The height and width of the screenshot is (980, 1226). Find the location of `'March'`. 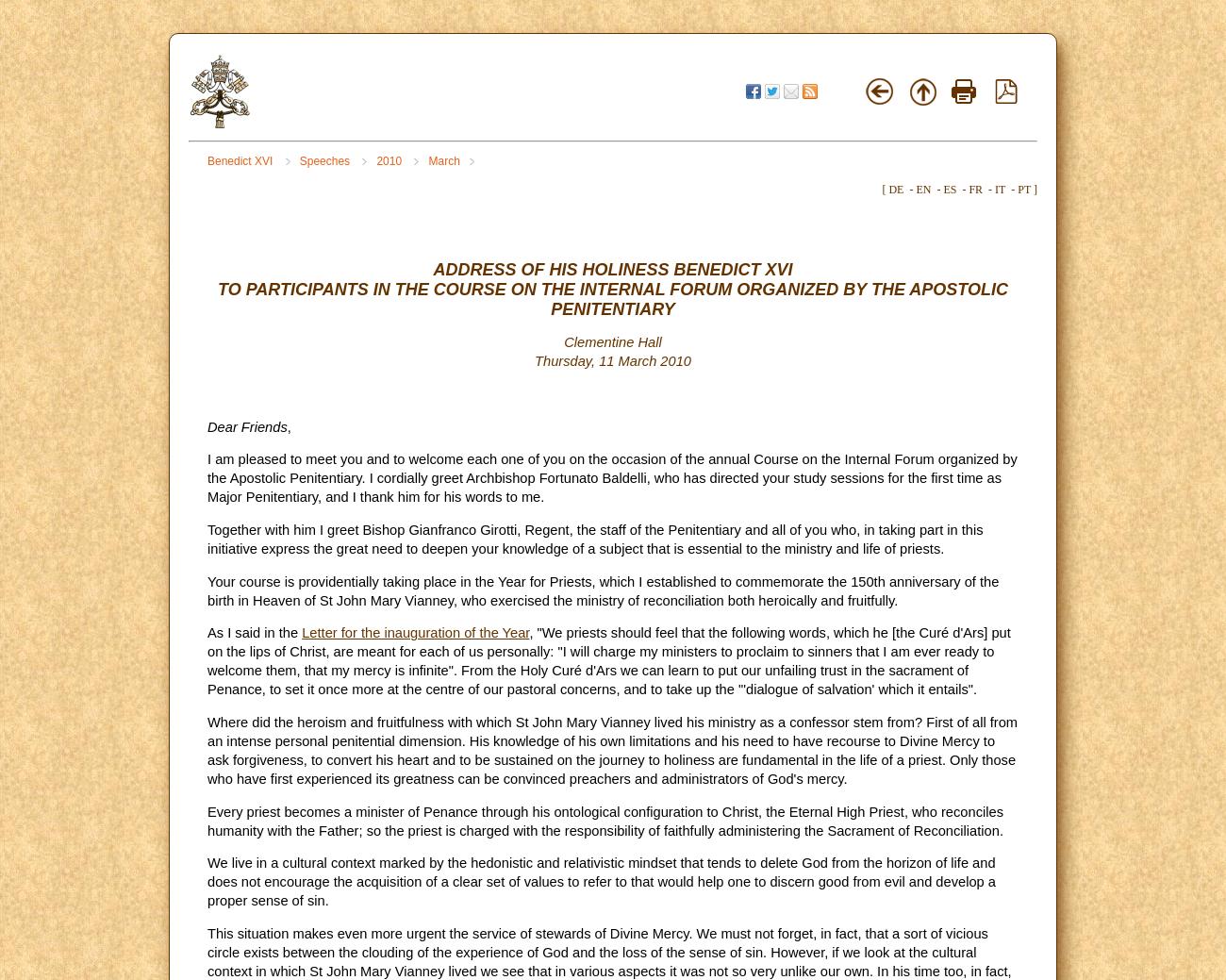

'March' is located at coordinates (442, 160).